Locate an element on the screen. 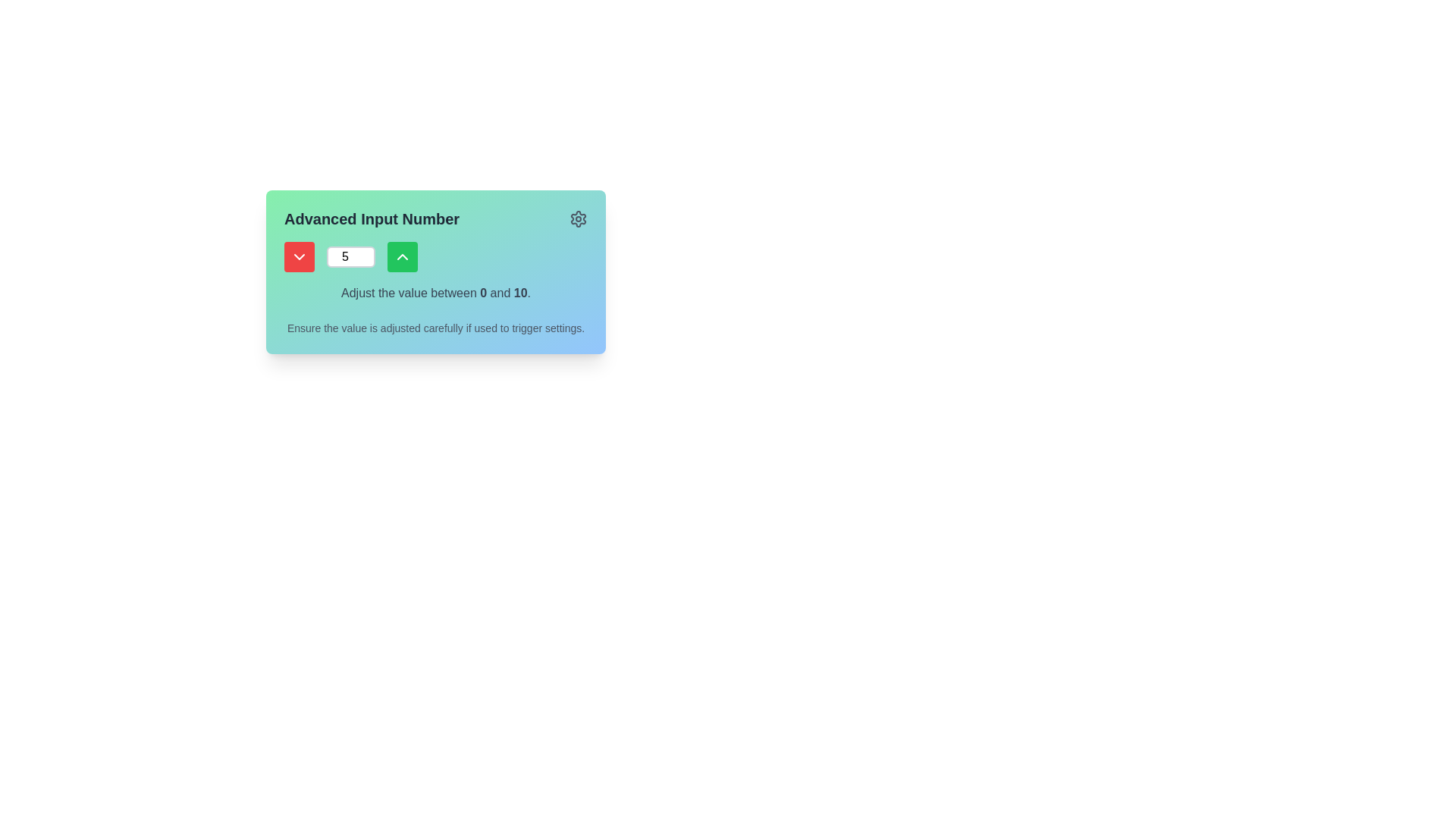  the numeric input field displaying the number '5' to focus the input is located at coordinates (350, 256).